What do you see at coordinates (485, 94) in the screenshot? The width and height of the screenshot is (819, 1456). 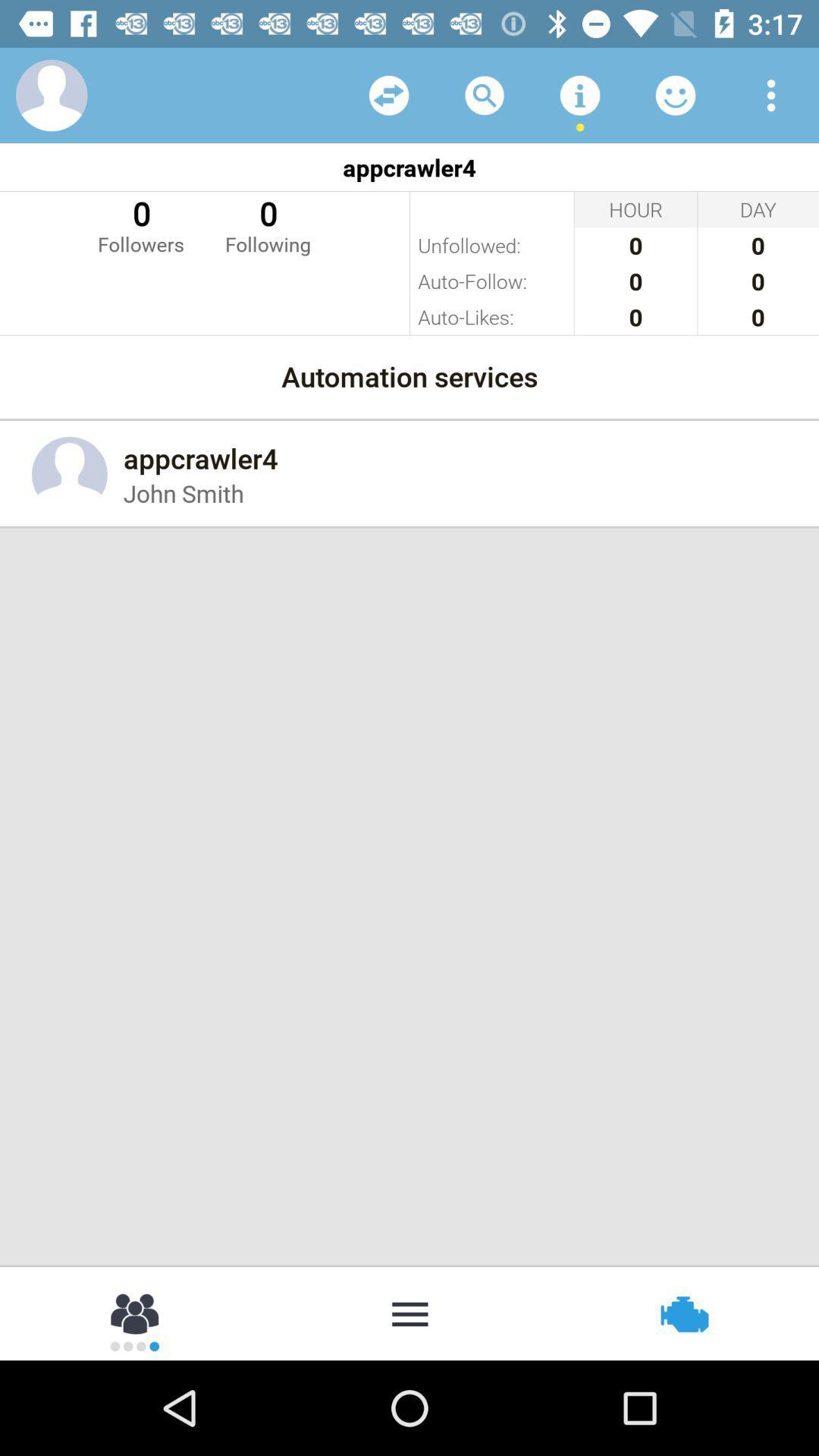 I see `search button` at bounding box center [485, 94].